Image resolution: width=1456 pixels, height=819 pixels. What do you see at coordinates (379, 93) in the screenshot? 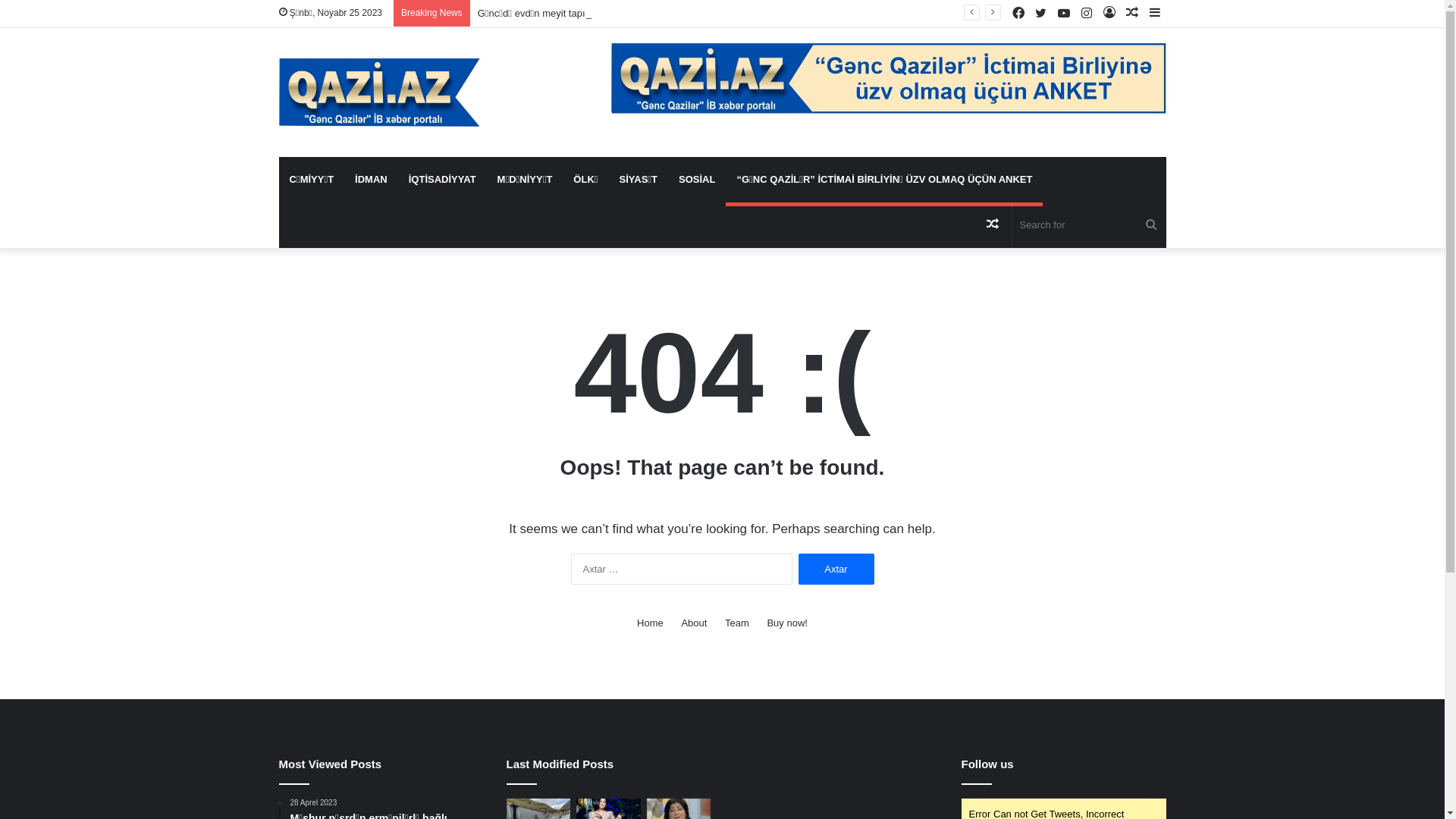
I see `'Qazi.az'` at bounding box center [379, 93].